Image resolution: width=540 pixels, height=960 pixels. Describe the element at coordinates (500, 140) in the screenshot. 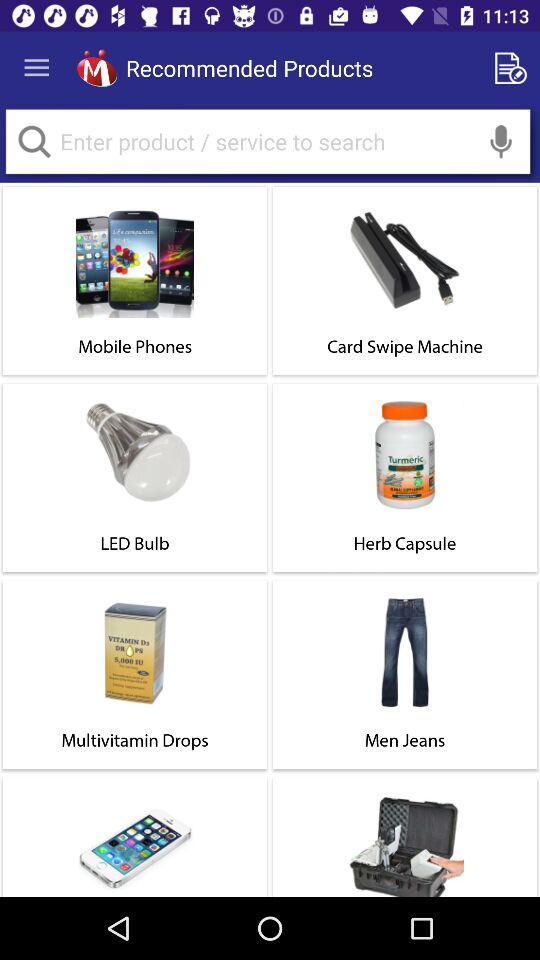

I see `voice input option` at that location.